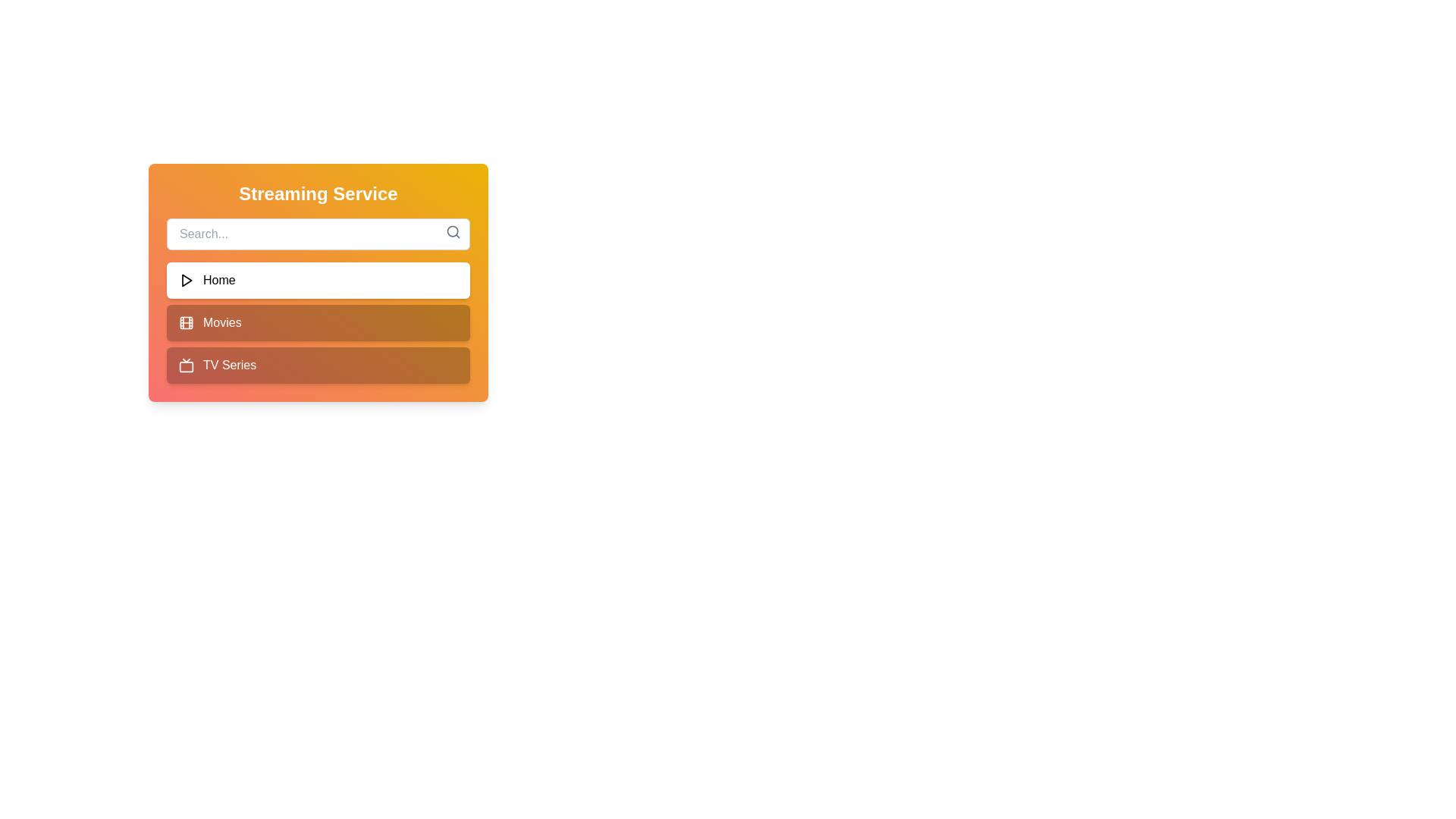  What do you see at coordinates (318, 322) in the screenshot?
I see `the Movies navigation button, which is the second option in the vertical menu list` at bounding box center [318, 322].